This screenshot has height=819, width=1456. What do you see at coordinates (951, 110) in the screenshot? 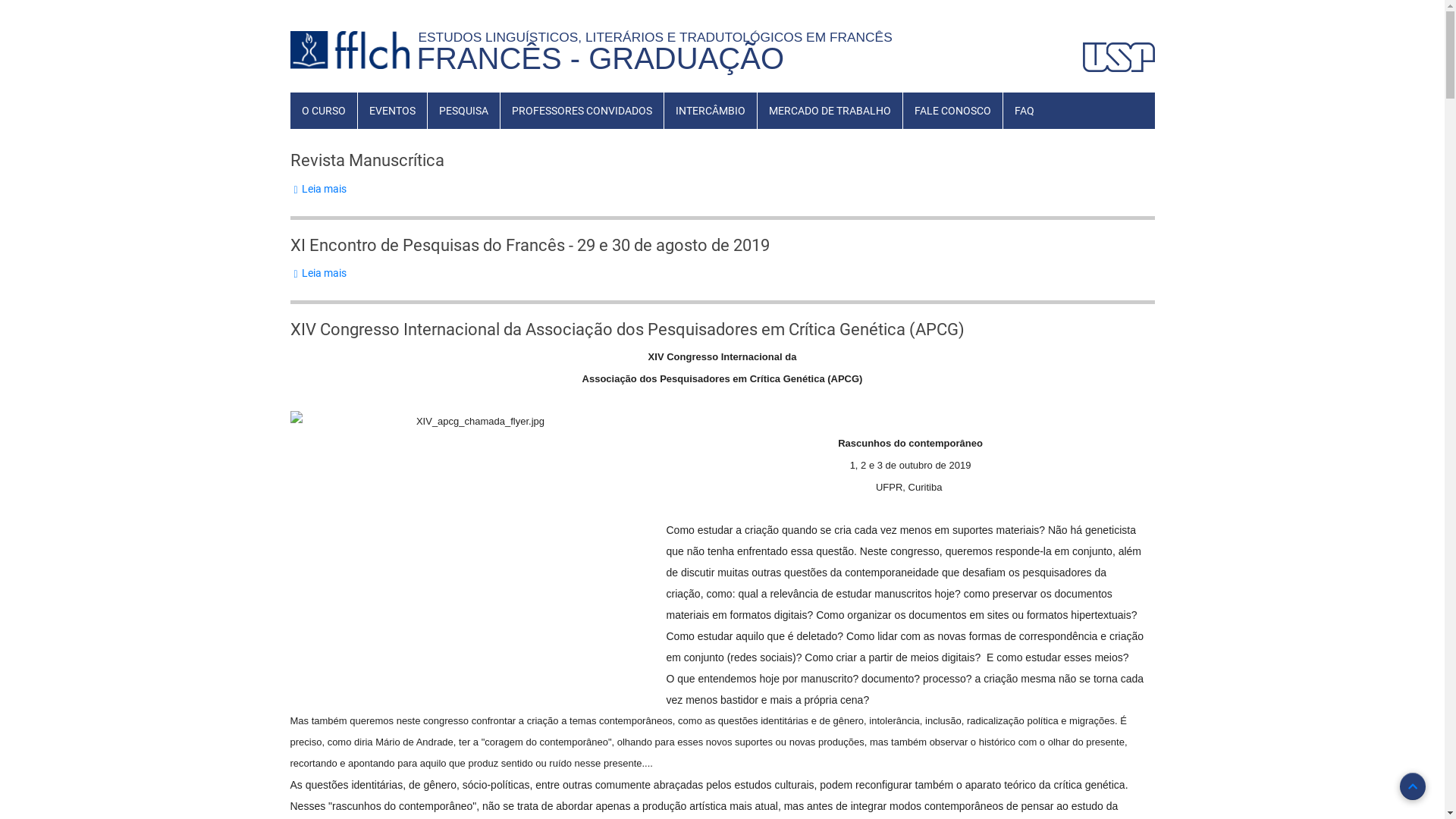
I see `'FALE CONOSCO'` at bounding box center [951, 110].